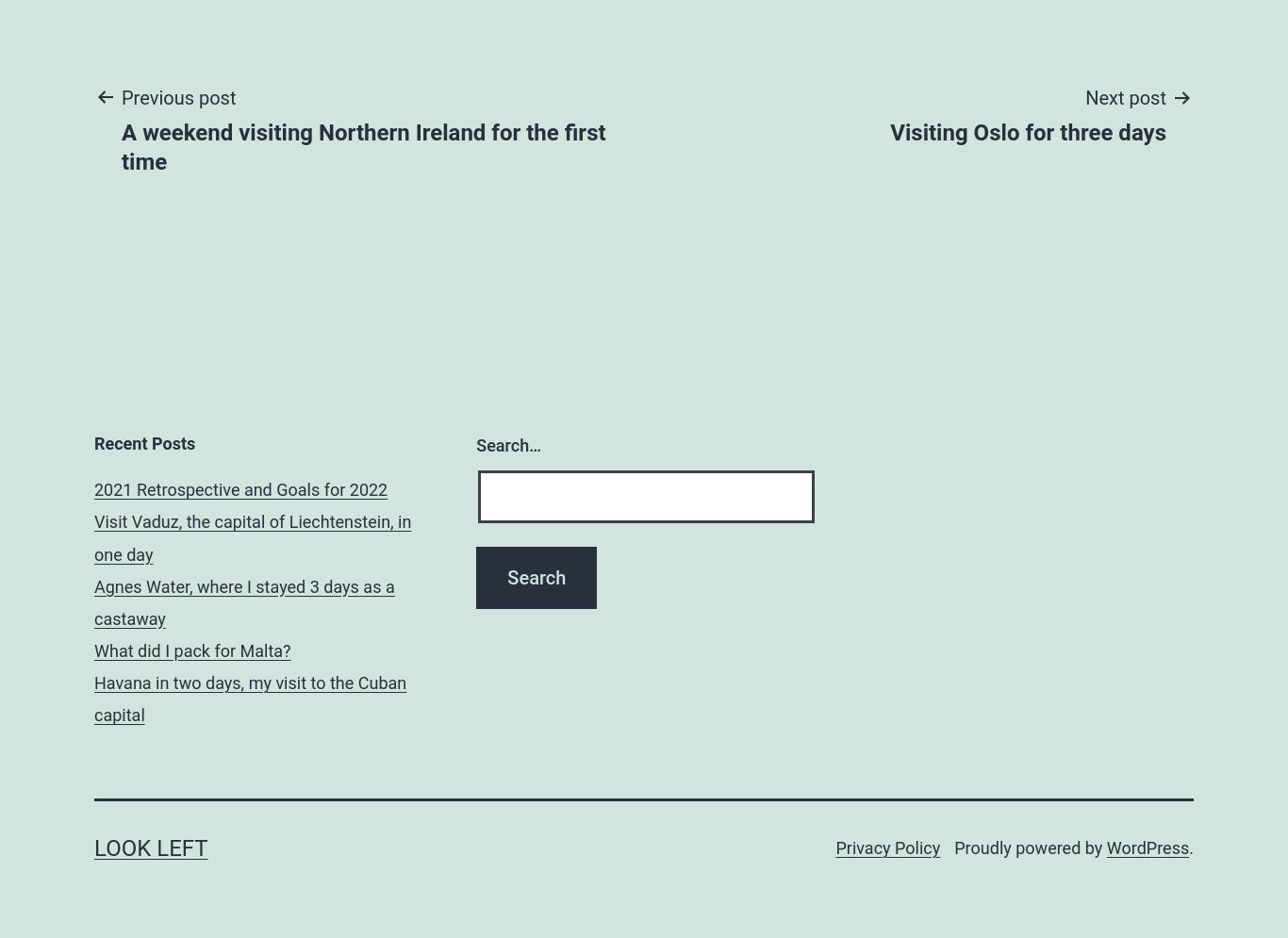 The width and height of the screenshot is (1288, 938). I want to click on 'Privacy Policy', so click(887, 846).